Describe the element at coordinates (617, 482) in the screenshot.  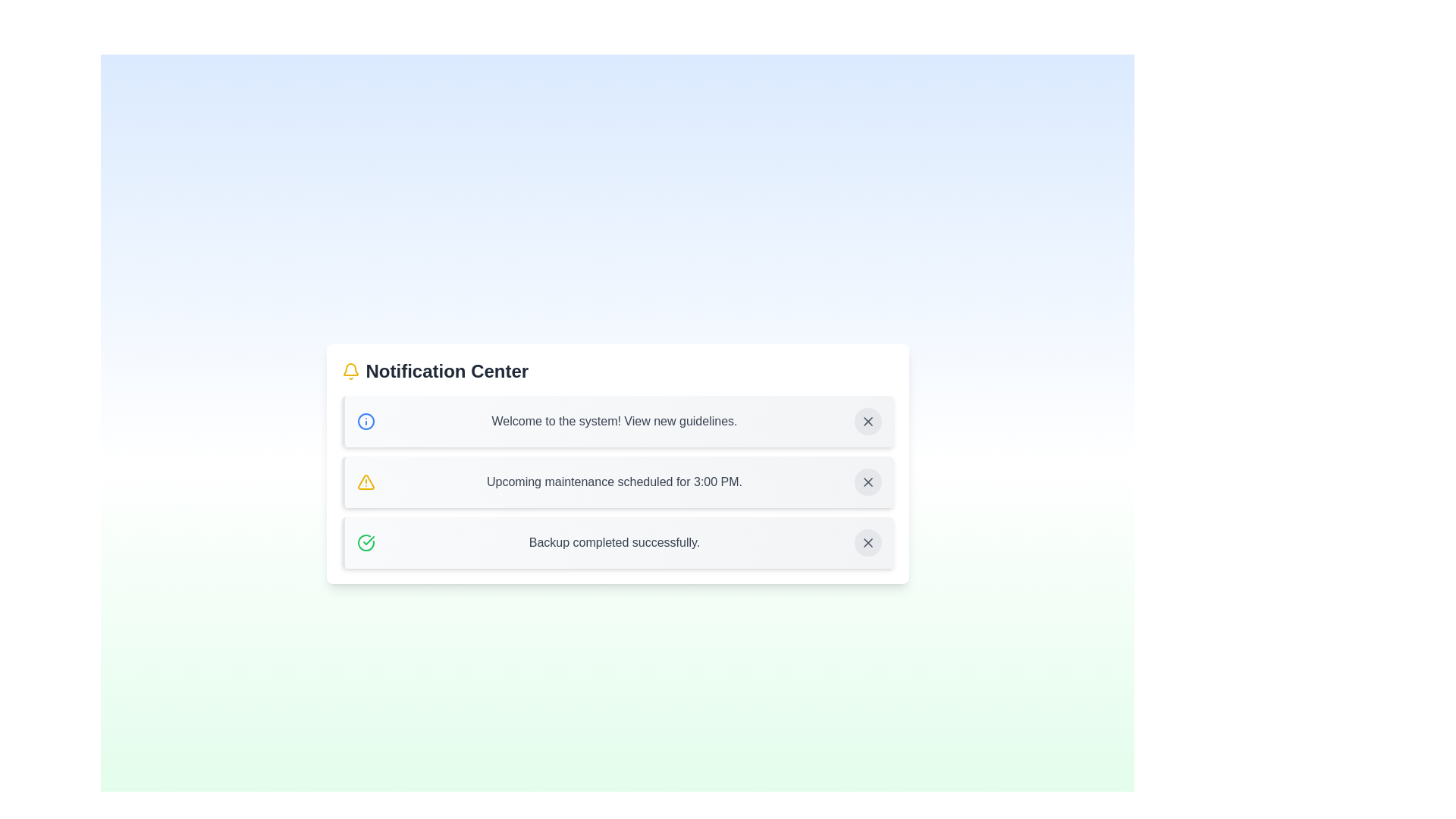
I see `notification from the second notification box located below the 'Welcome to the system! View new guidelines.' and above 'Backup completed successfully.'` at that location.